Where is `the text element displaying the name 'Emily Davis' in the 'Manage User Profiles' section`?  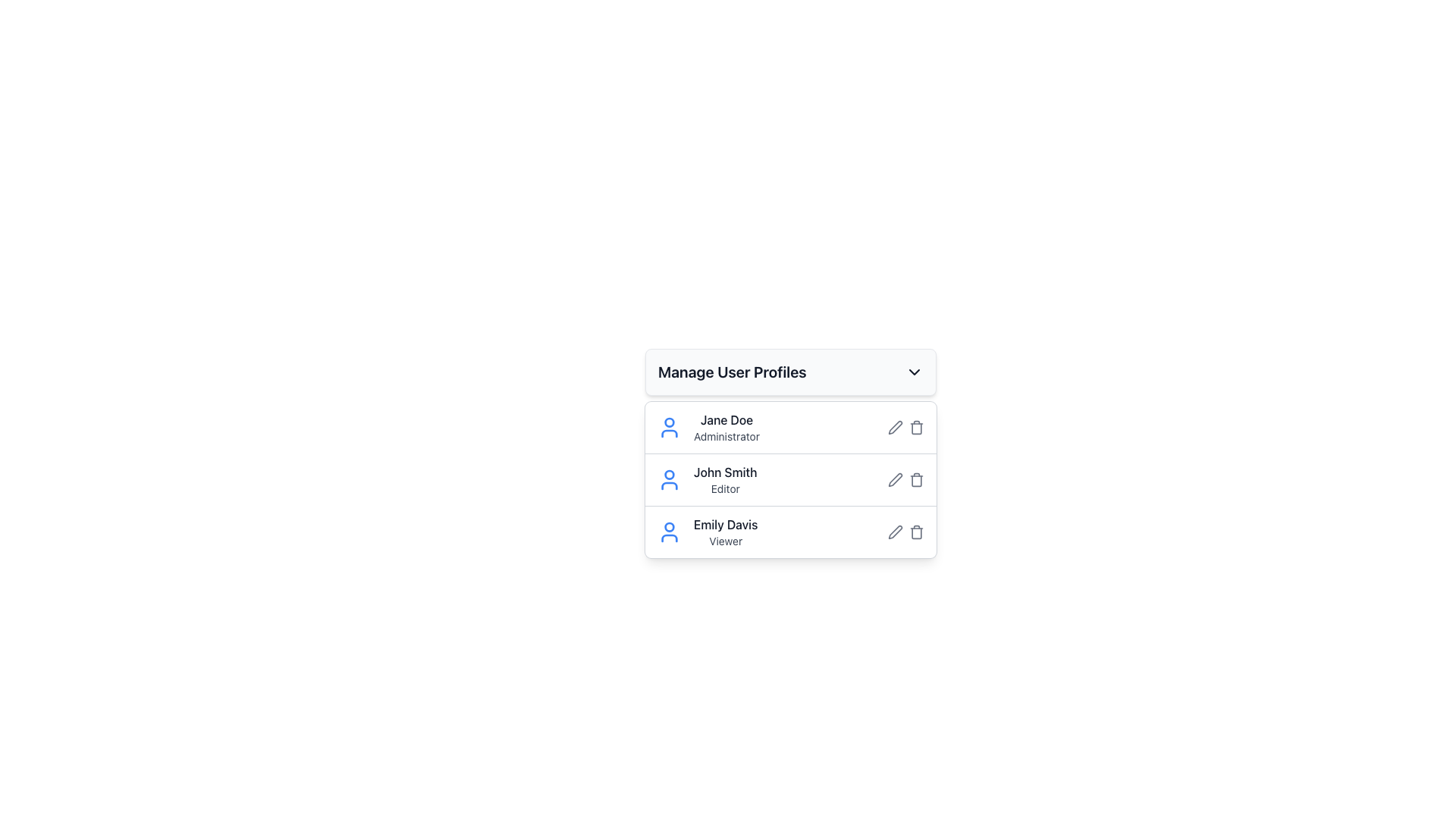 the text element displaying the name 'Emily Davis' in the 'Manage User Profiles' section is located at coordinates (725, 523).